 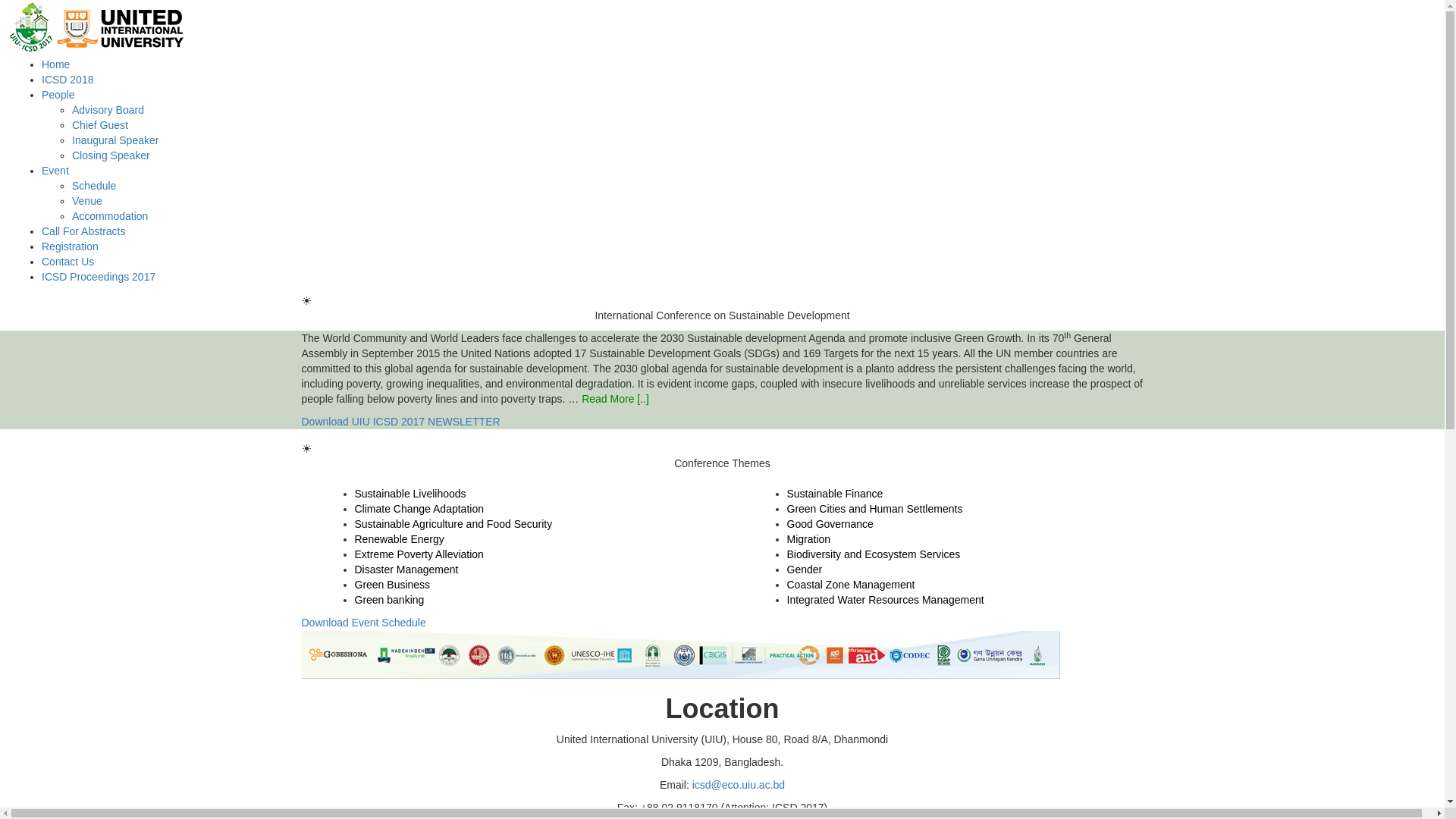 I want to click on 'Download UIU ICSD 2017 NEWSLETTER', so click(x=400, y=421).